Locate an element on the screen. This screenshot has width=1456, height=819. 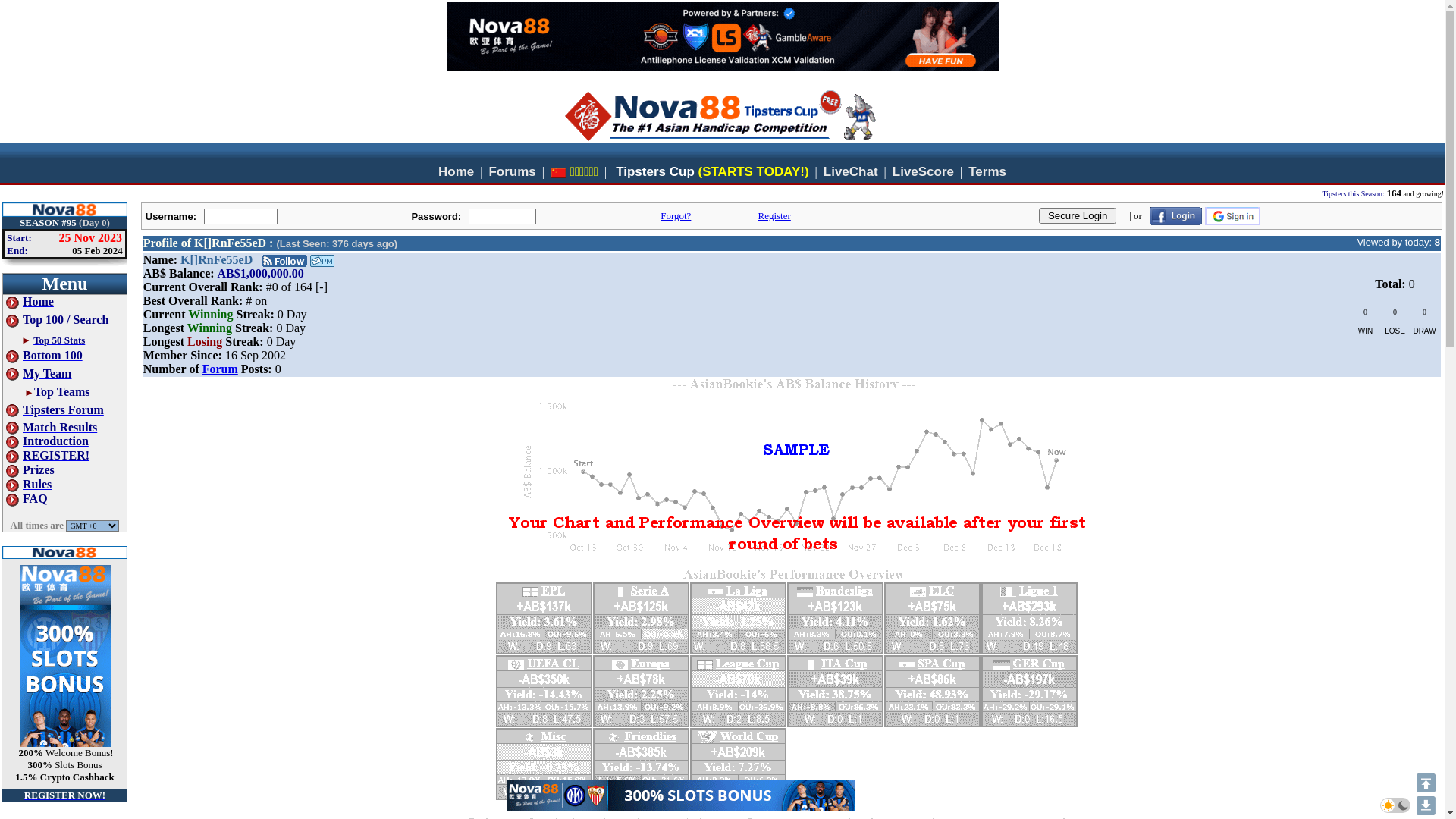
'Top 100 / Search' is located at coordinates (57, 318).